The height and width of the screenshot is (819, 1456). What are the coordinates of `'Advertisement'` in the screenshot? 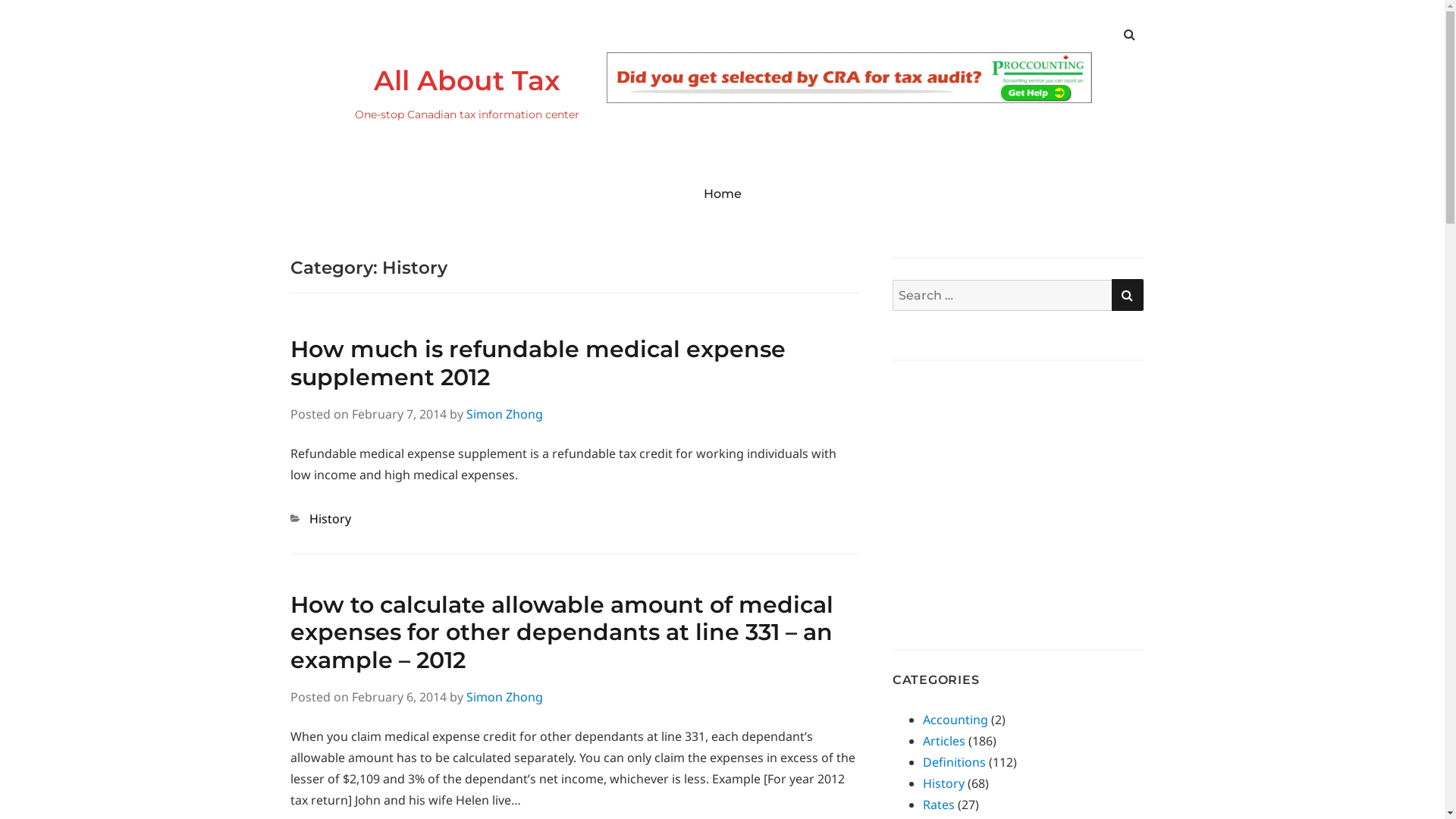 It's located at (1019, 488).